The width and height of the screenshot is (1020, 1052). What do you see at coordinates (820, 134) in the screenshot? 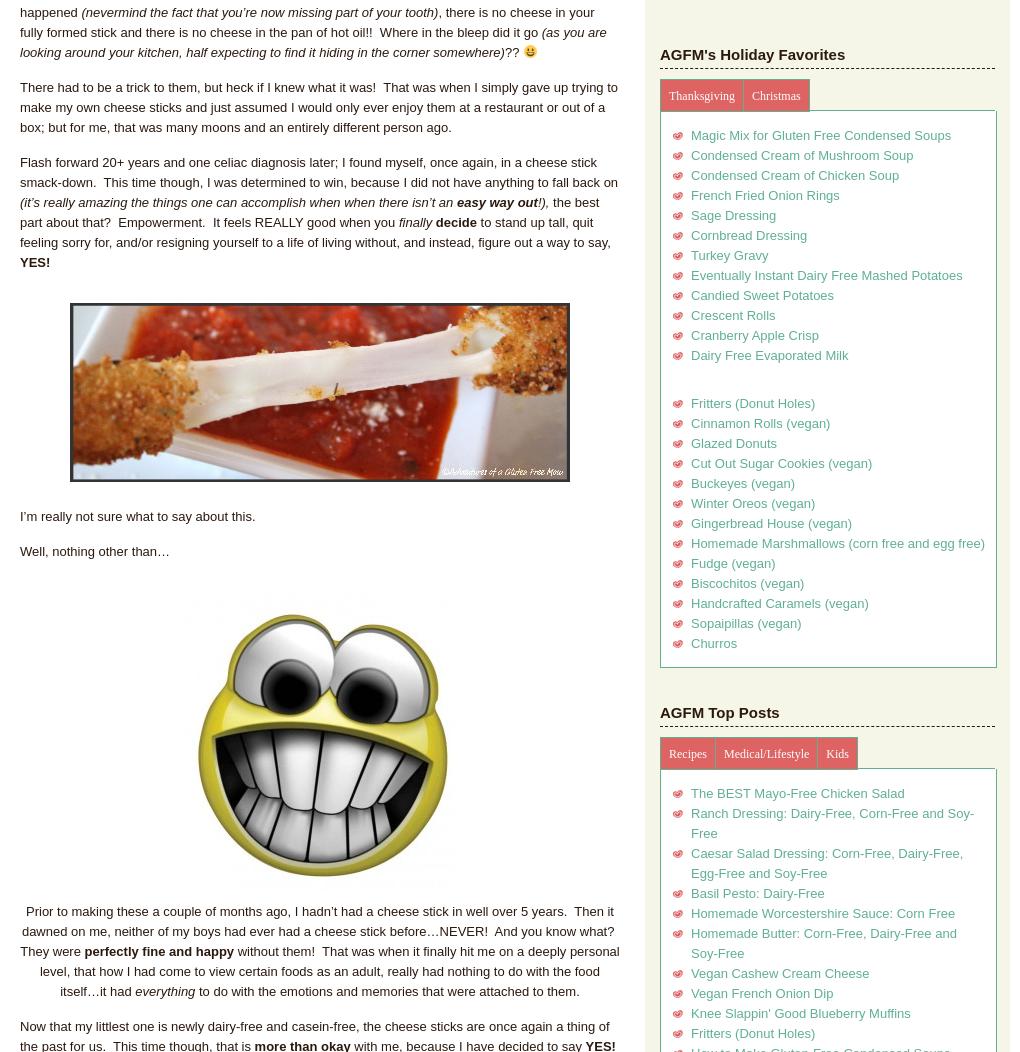
I see `'Magic Mix for Gluten Free Condensed Soups'` at bounding box center [820, 134].